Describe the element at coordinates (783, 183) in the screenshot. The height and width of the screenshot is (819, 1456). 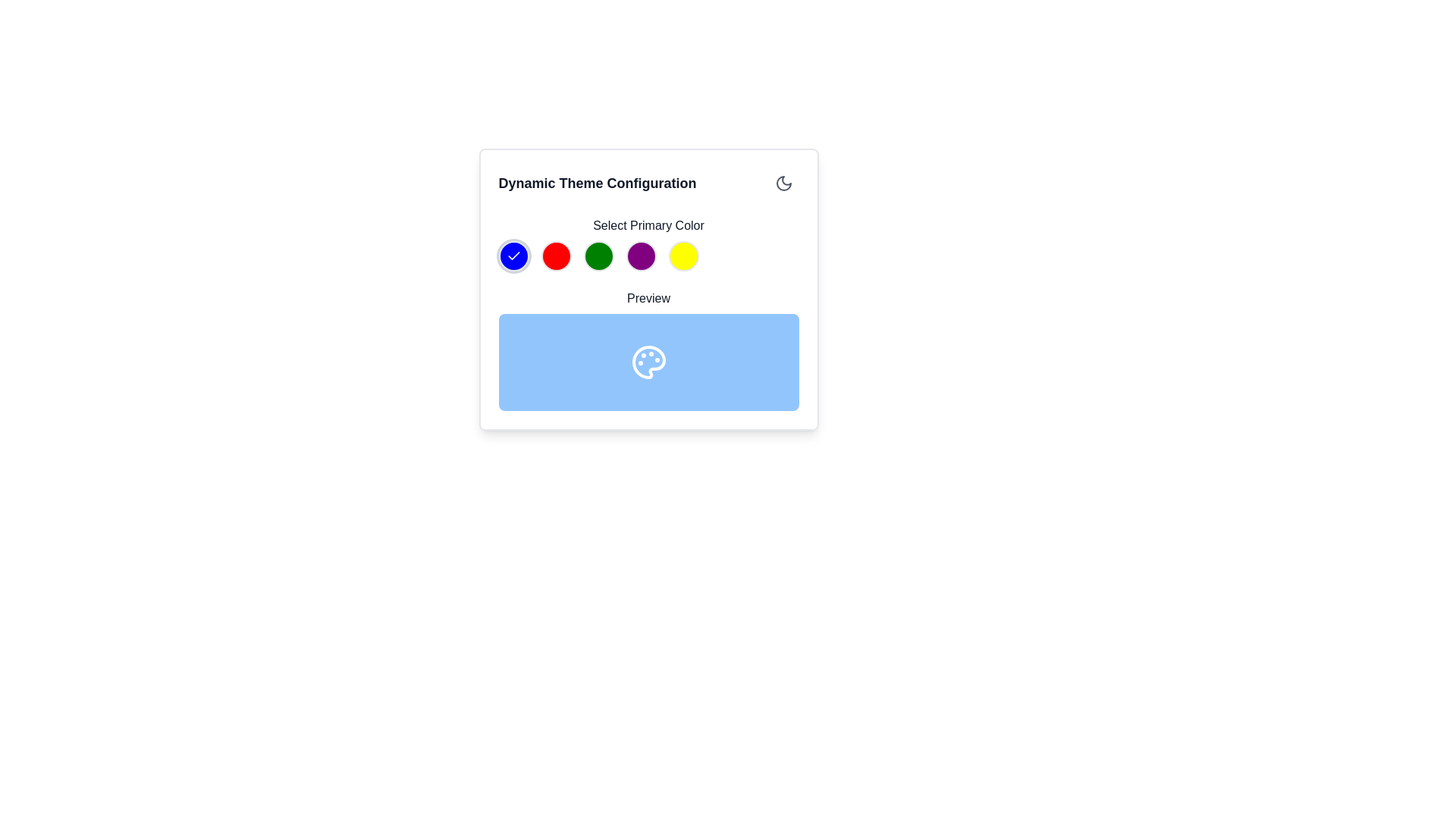
I see `the crescent moon icon in the top right corner of the 'Dynamic Theme Configuration' panel to toggle dark mode` at that location.